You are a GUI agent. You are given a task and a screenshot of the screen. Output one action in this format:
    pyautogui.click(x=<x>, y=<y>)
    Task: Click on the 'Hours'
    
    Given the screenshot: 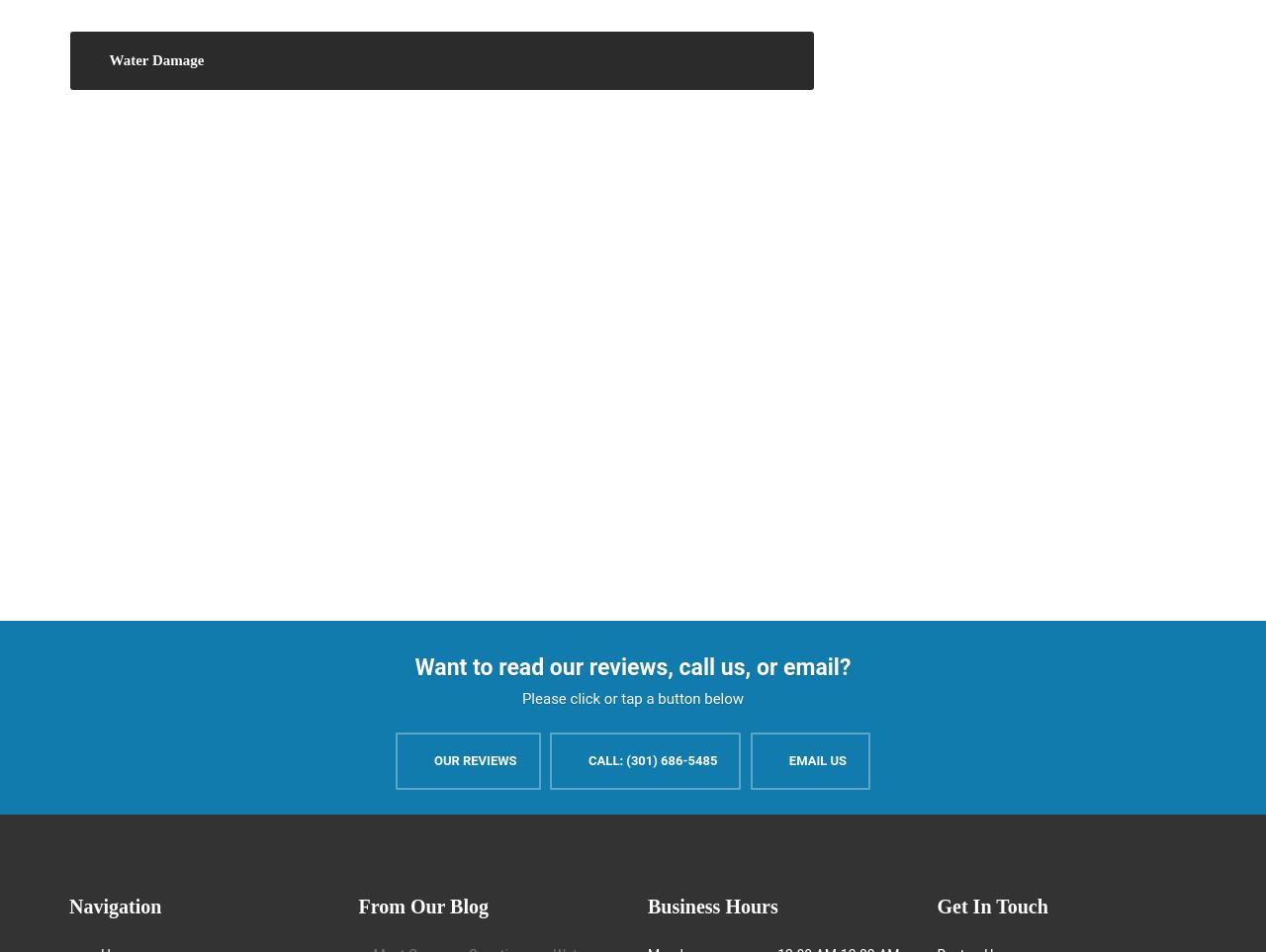 What is the action you would take?
    pyautogui.click(x=718, y=905)
    